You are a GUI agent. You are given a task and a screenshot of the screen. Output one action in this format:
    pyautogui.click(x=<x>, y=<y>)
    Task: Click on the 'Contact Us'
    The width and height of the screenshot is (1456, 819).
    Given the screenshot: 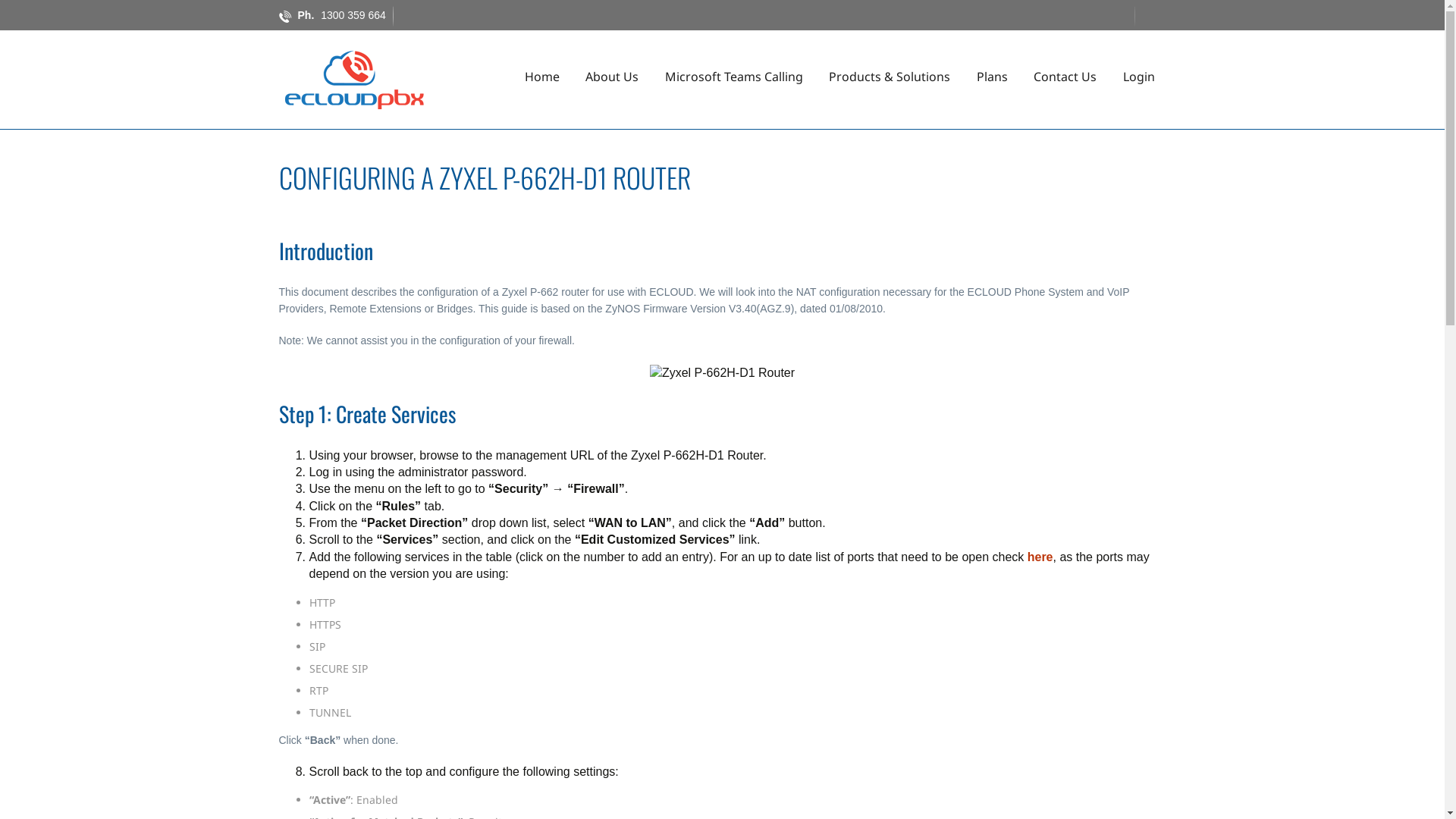 What is the action you would take?
    pyautogui.click(x=1064, y=76)
    